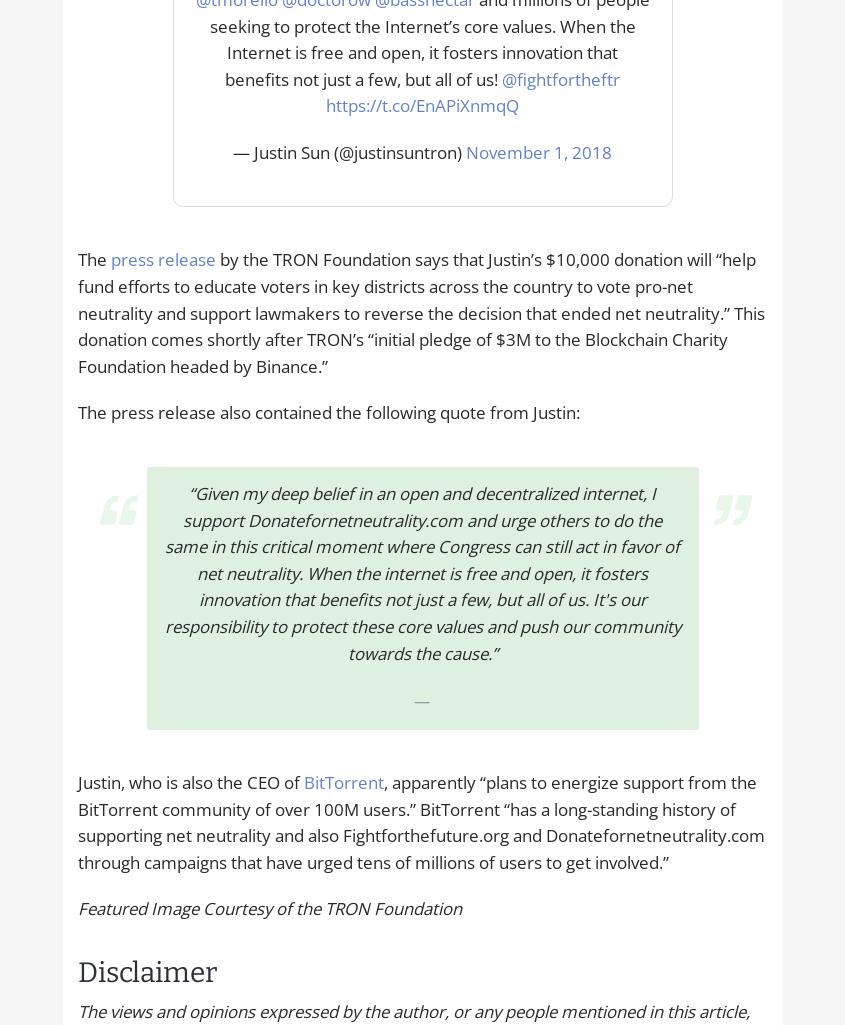 This screenshot has width=845, height=1025. Describe the element at coordinates (189, 781) in the screenshot. I see `'Justin, who is also the CEO of'` at that location.